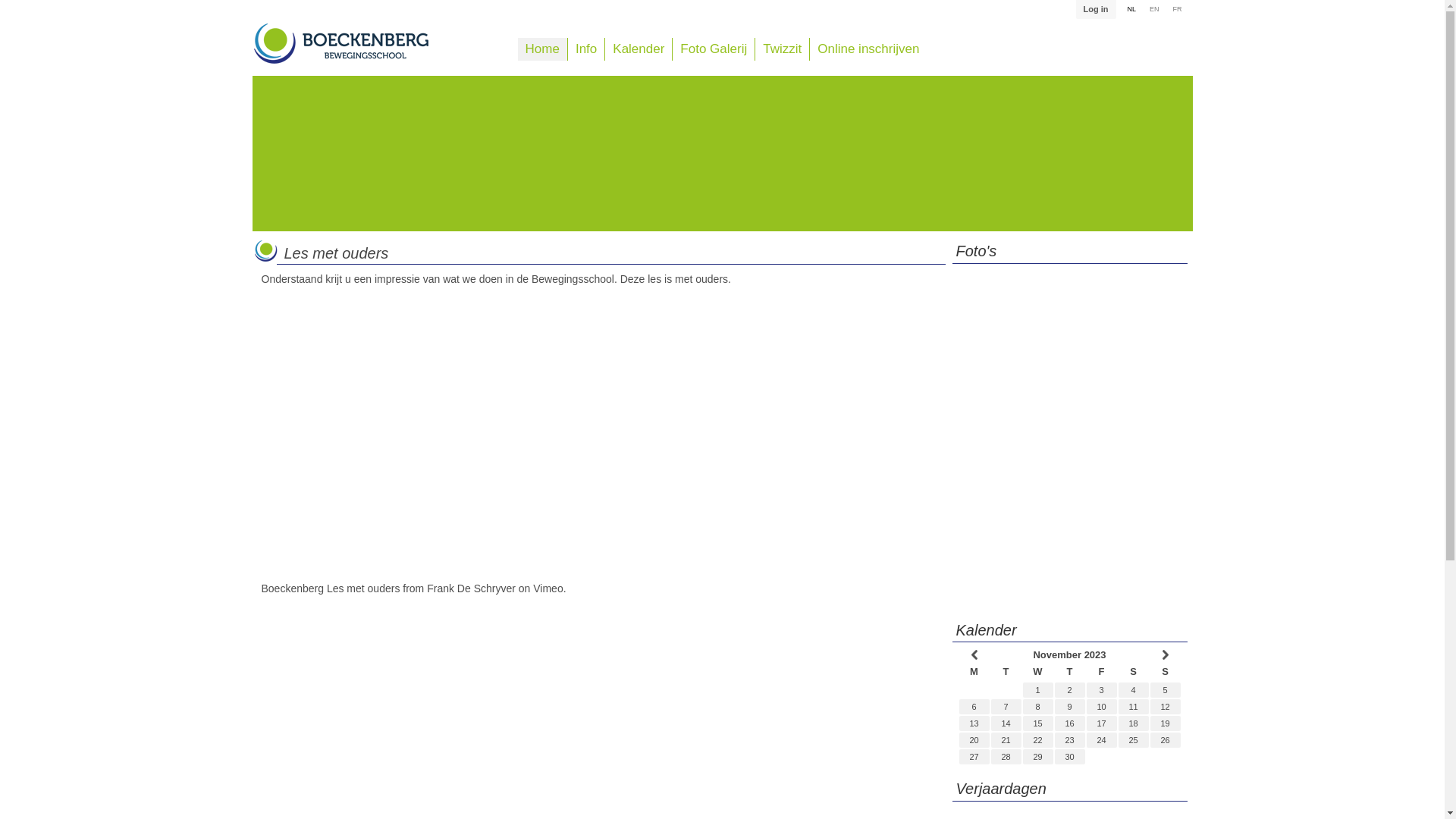 This screenshot has width=1456, height=819. Describe the element at coordinates (612, 49) in the screenshot. I see `'Kalender'` at that location.